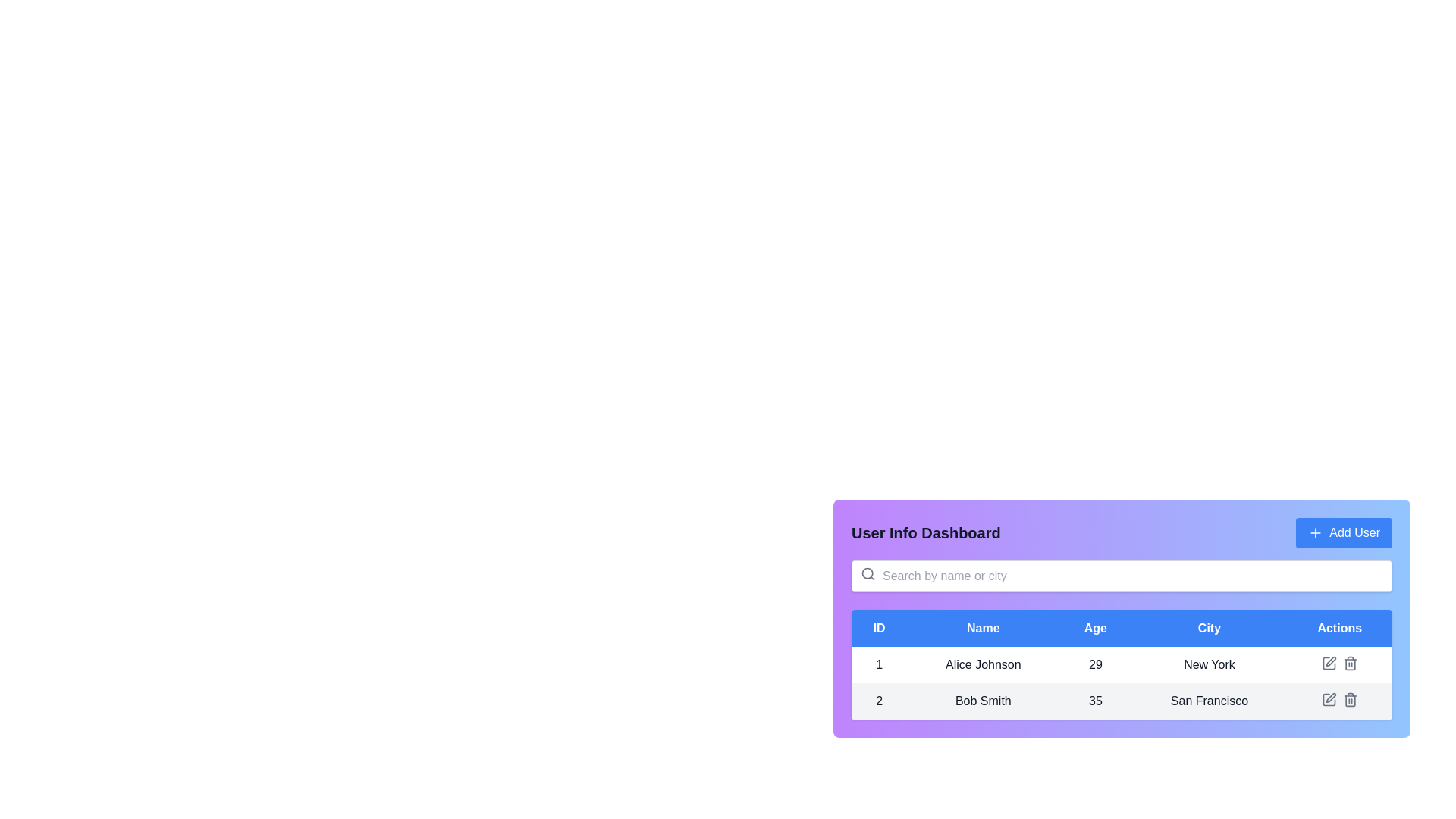 This screenshot has height=819, width=1456. What do you see at coordinates (1330, 661) in the screenshot?
I see `the gray pen icon in the 'Actions' column of the second row of the user information table` at bounding box center [1330, 661].